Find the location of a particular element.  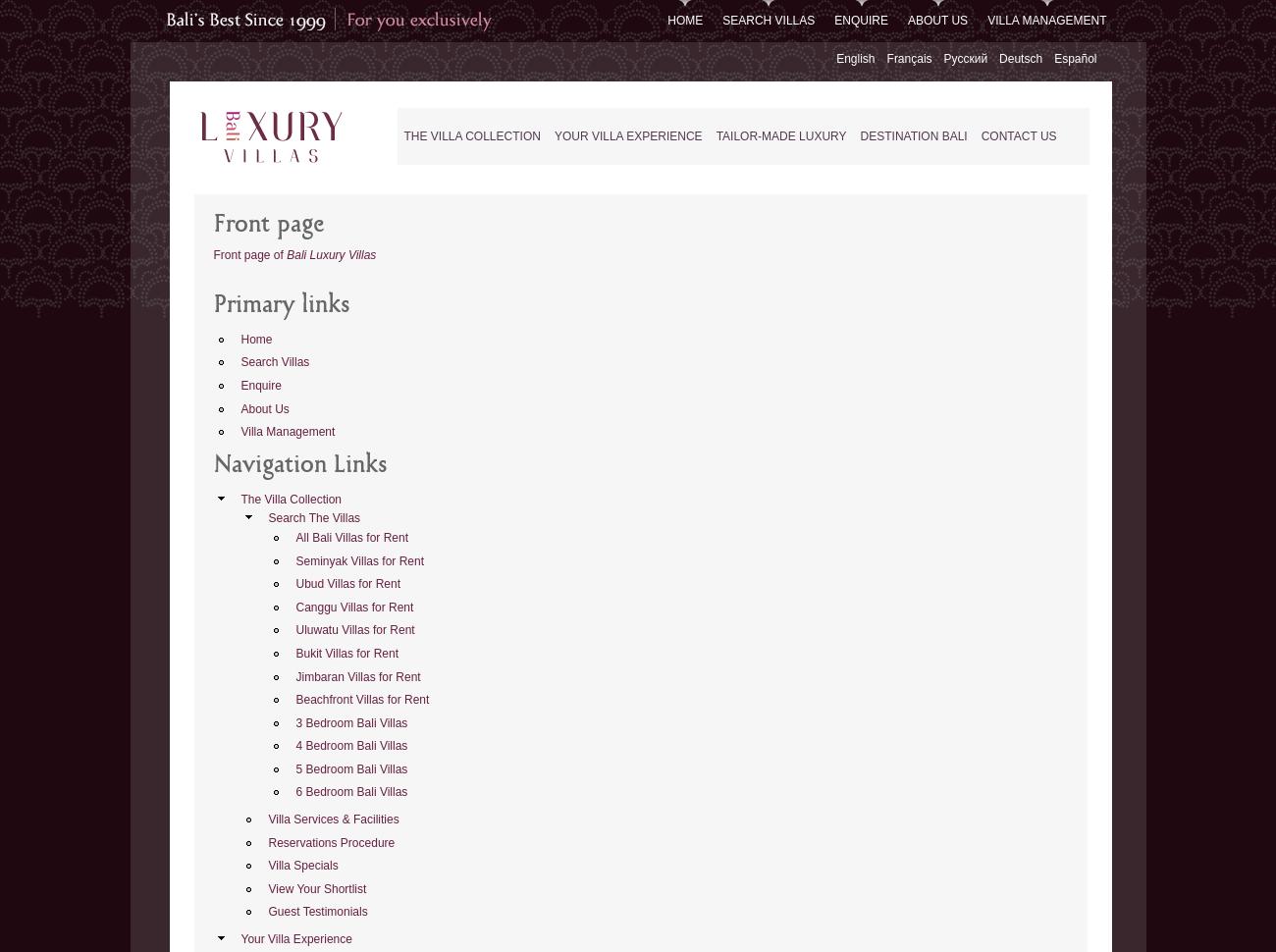

'Front page' is located at coordinates (268, 225).